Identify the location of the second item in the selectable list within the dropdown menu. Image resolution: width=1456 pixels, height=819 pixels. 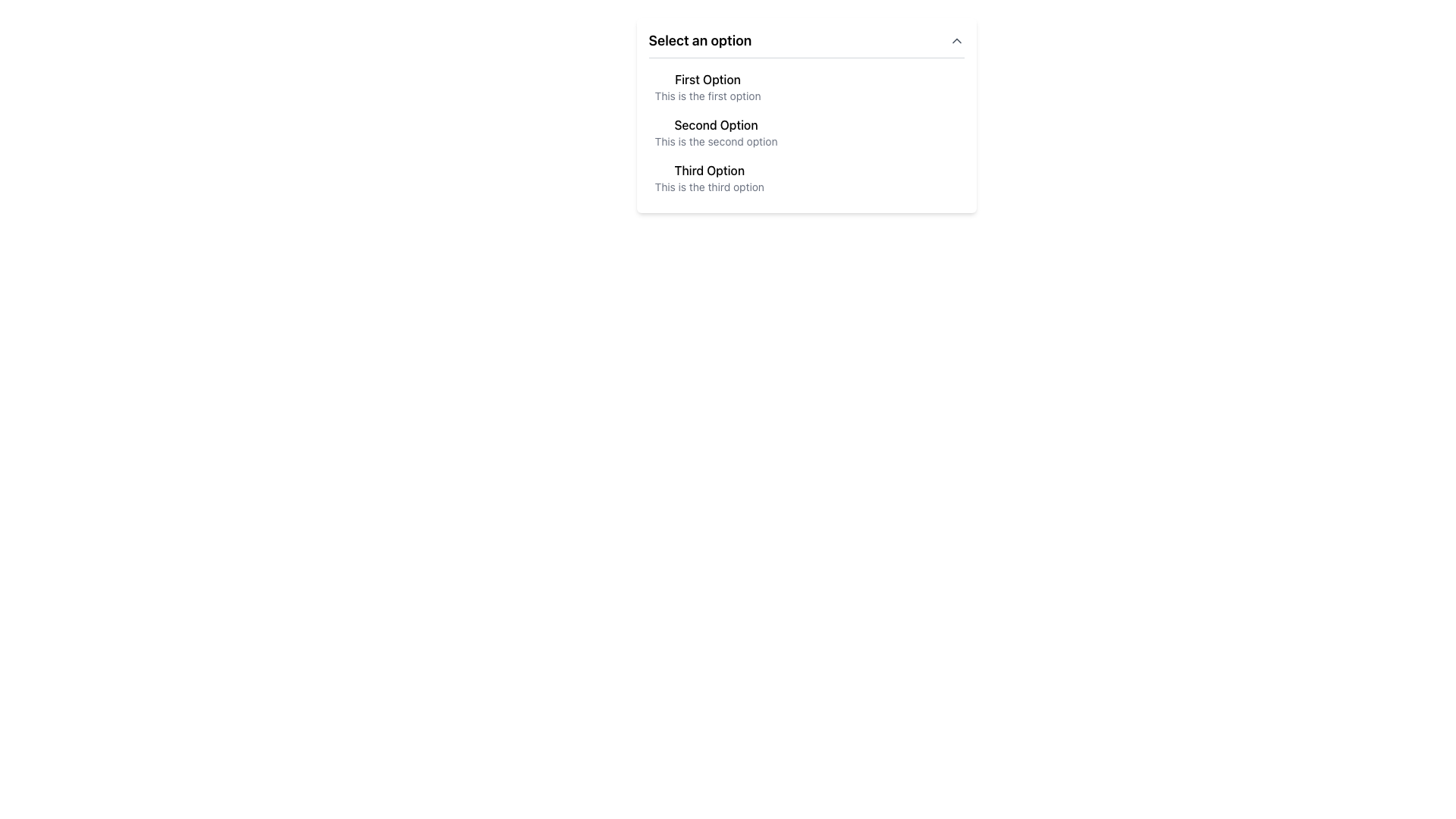
(805, 115).